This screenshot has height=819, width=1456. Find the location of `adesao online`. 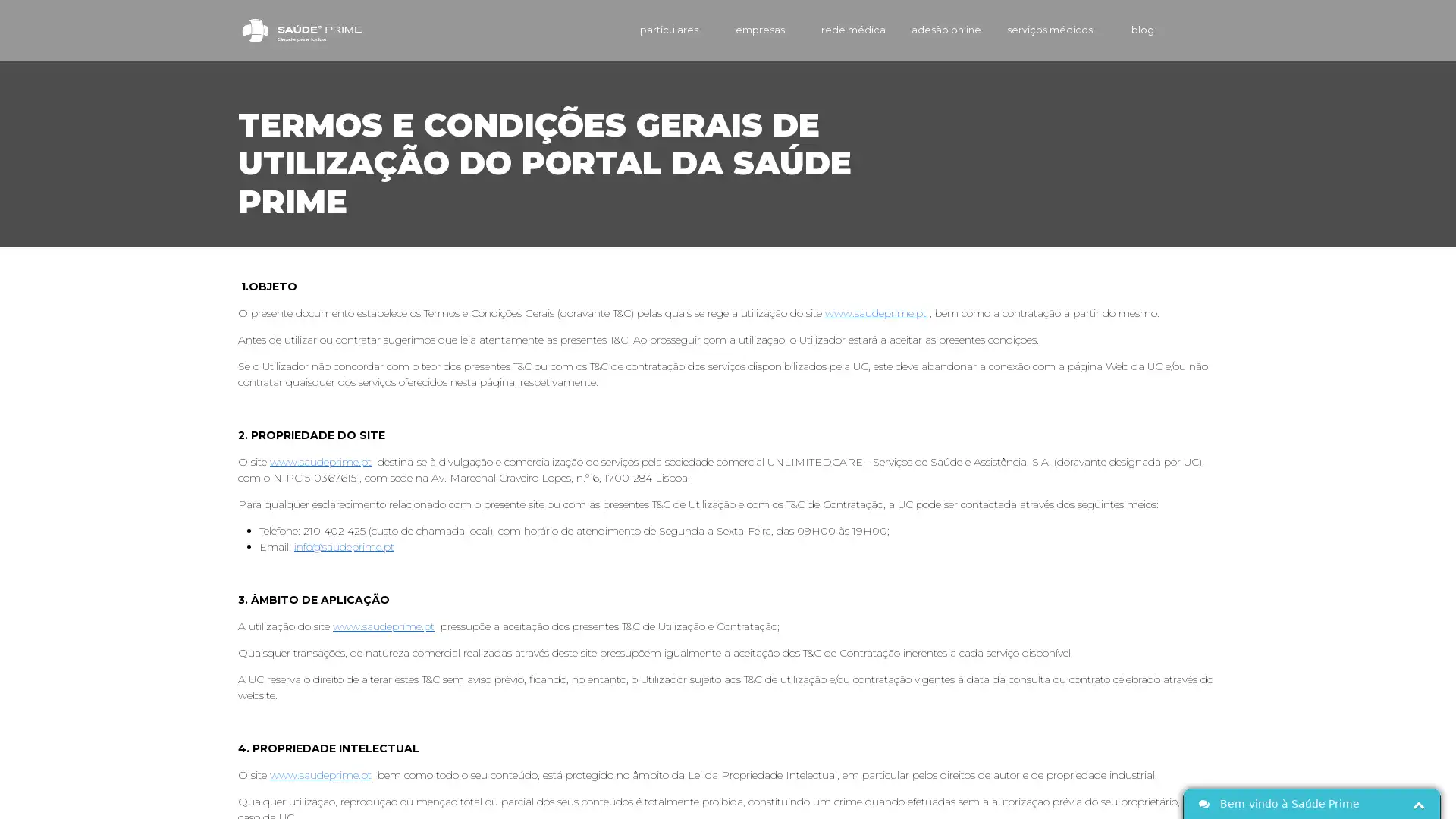

adesao online is located at coordinates (927, 30).